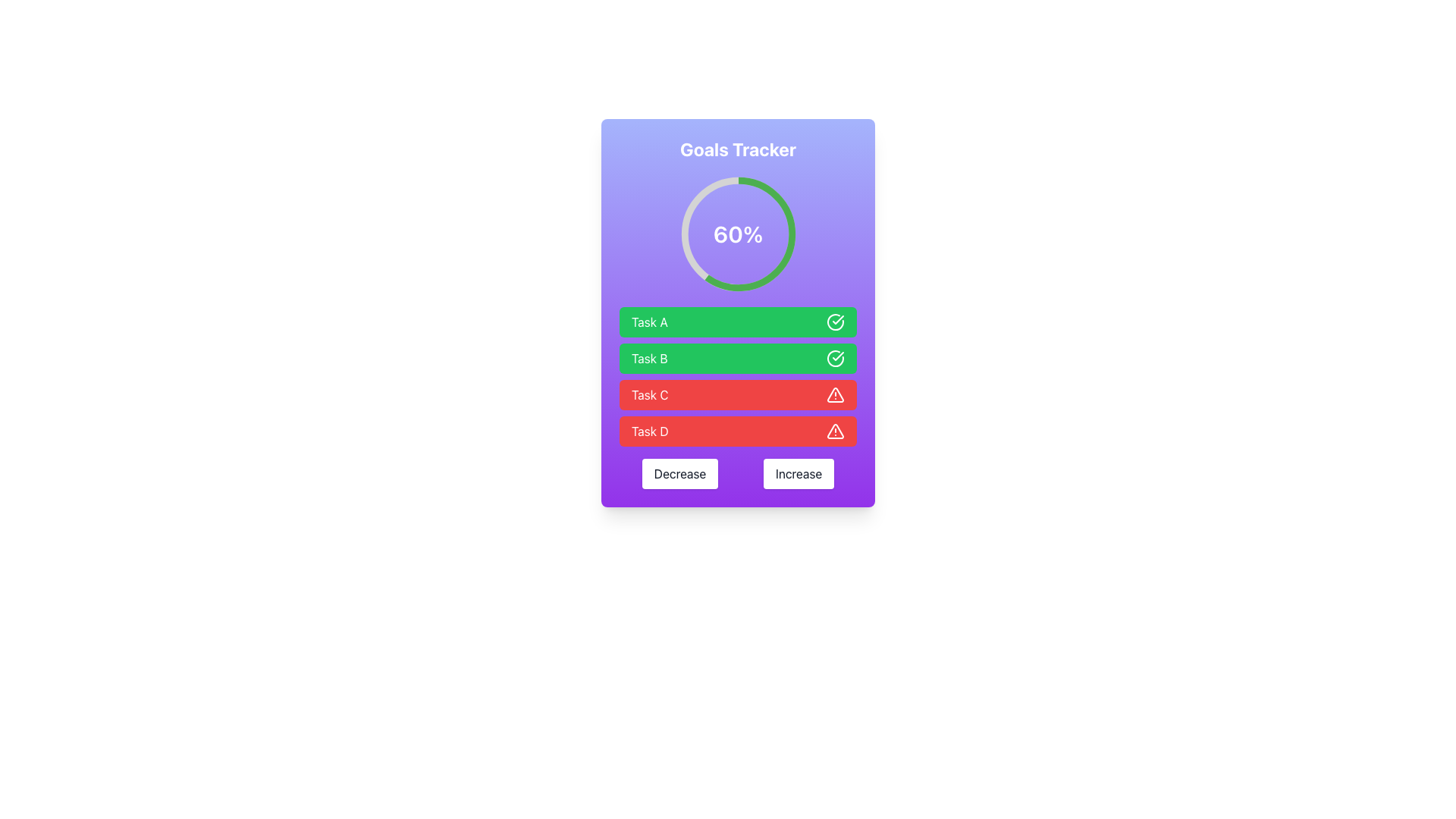 The image size is (1456, 819). I want to click on the triangular warning icon with a white shape and red background located on the far right of the 'Task D' row, so click(835, 431).